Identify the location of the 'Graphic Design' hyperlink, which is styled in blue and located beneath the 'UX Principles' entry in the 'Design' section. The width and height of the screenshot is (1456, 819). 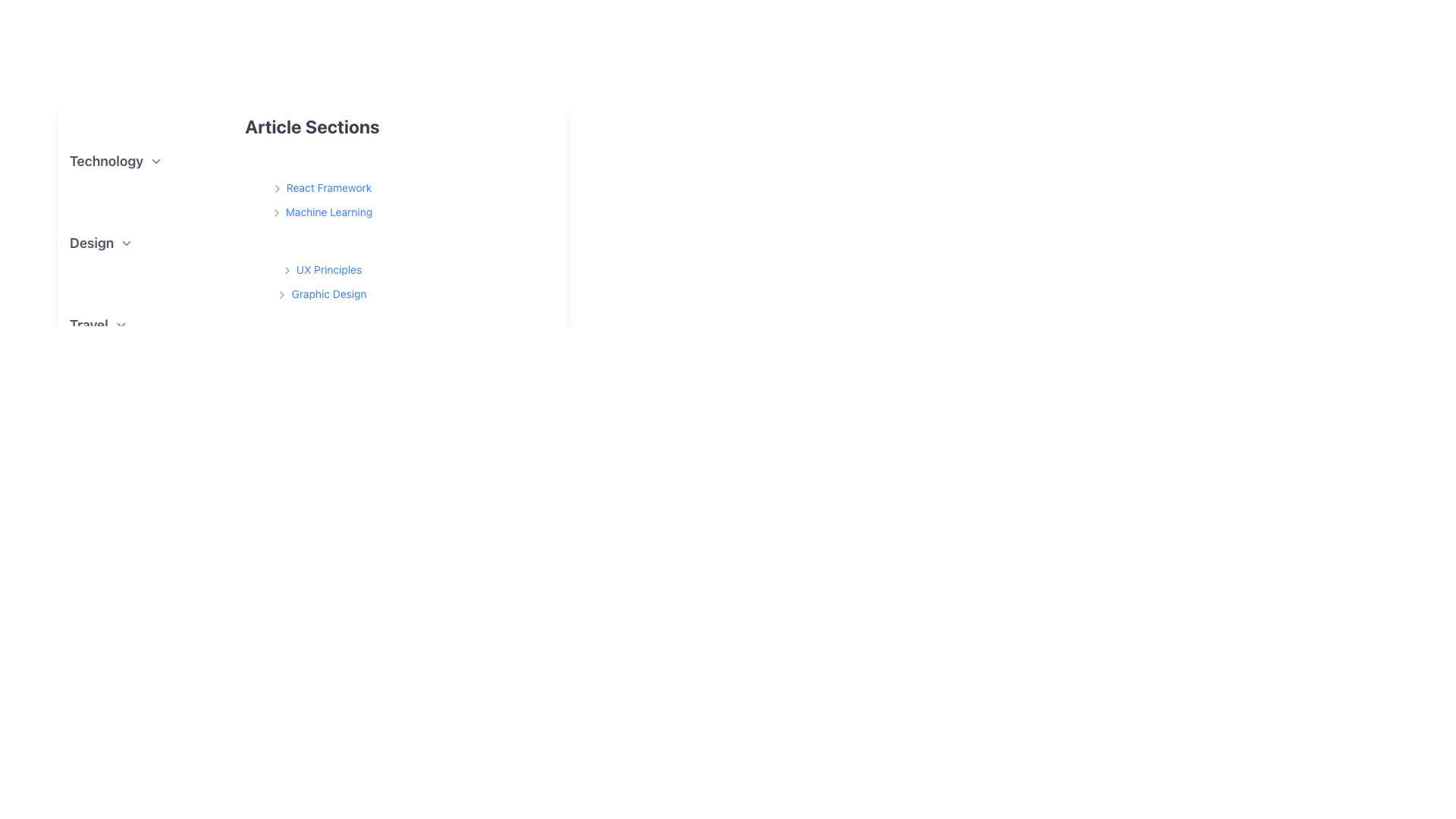
(320, 293).